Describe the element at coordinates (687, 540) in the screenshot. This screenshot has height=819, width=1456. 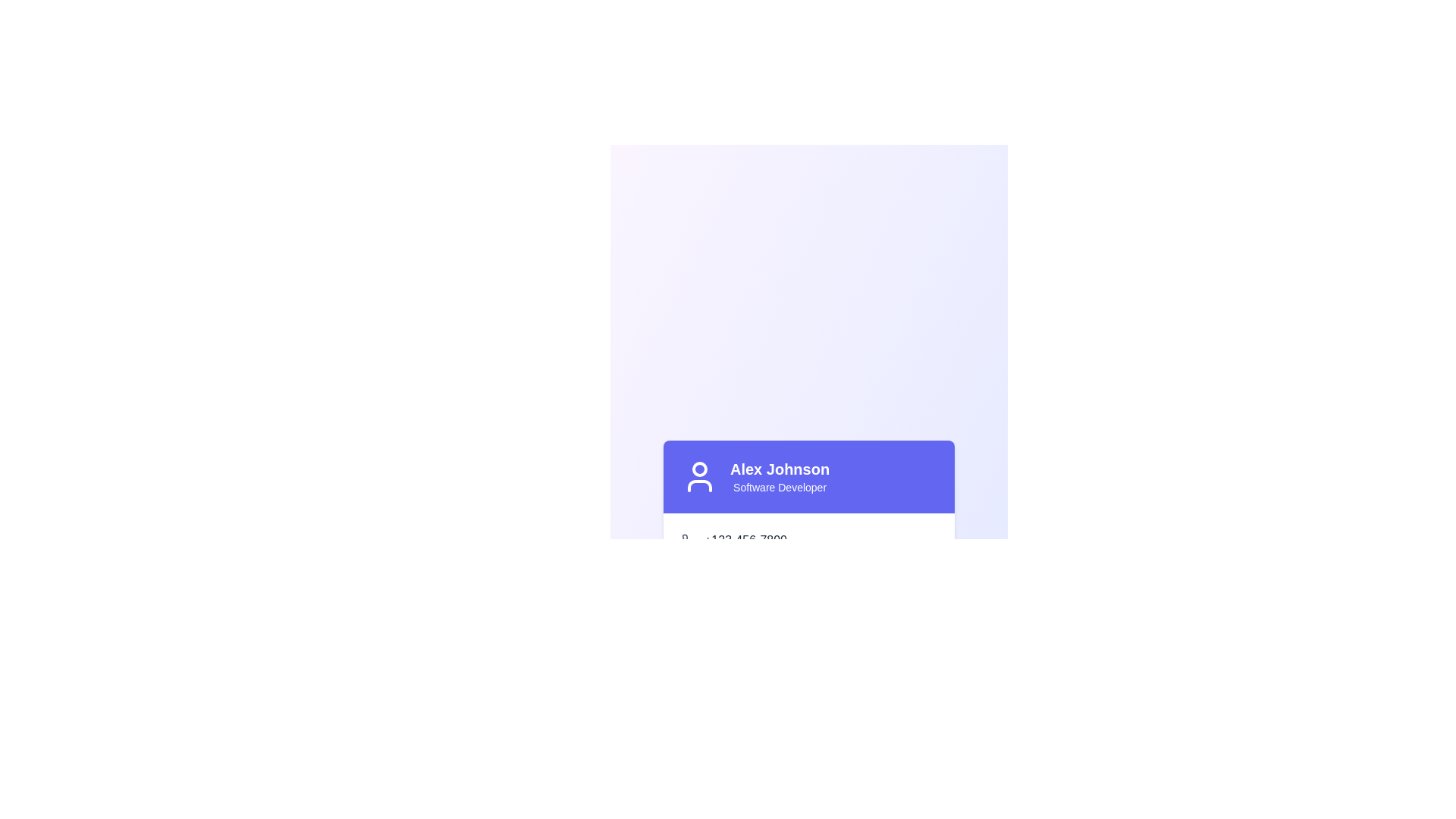
I see `the phone number indicator icon that is positioned immediately to the left of the contact phone number '+123-456-7890', serving as a graphical cue for the information presented` at that location.